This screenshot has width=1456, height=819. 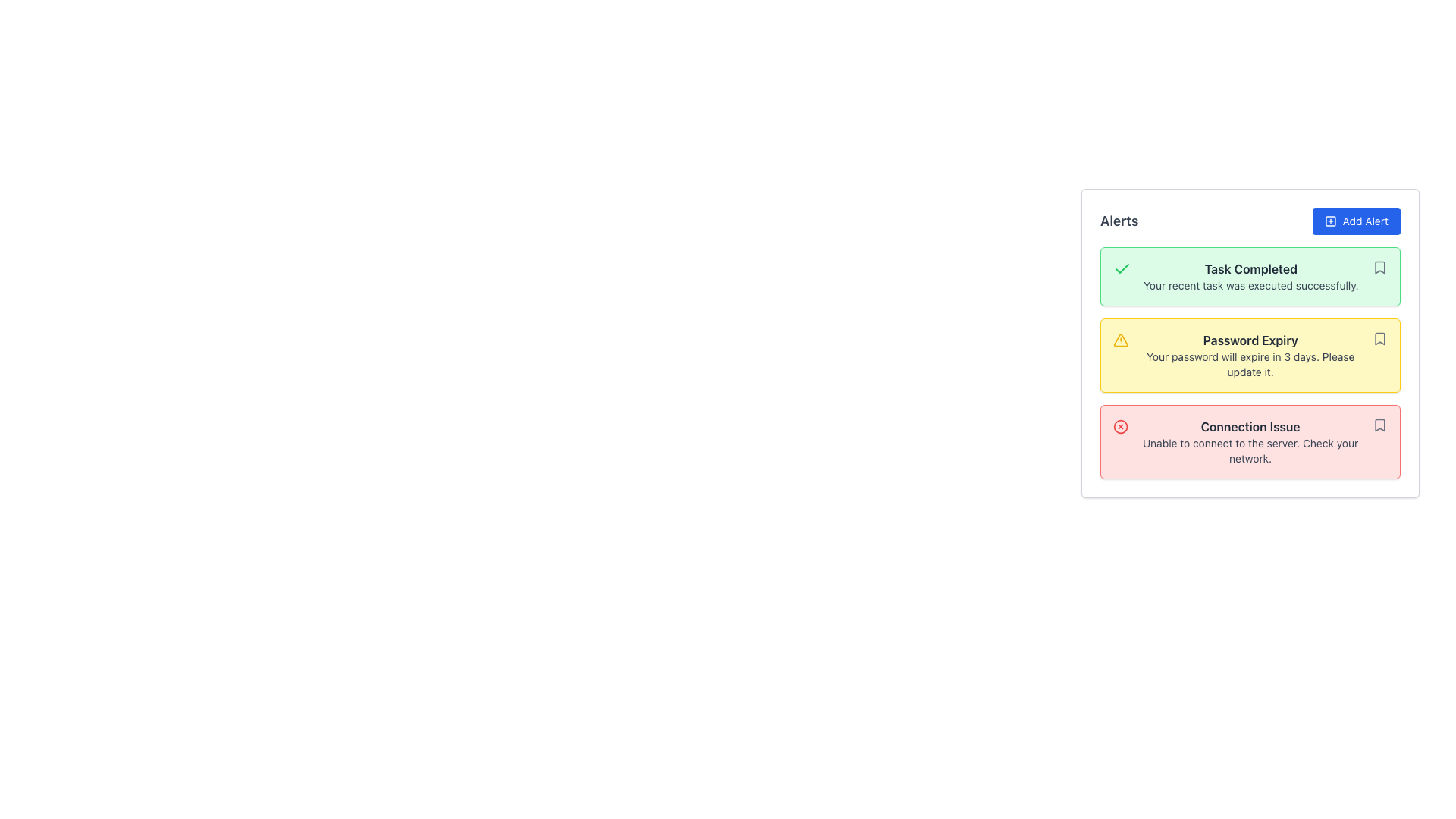 What do you see at coordinates (1379, 267) in the screenshot?
I see `the bookmark icon located in the top-right corner of the green 'Task Completed' notification card to bookmark the notification` at bounding box center [1379, 267].